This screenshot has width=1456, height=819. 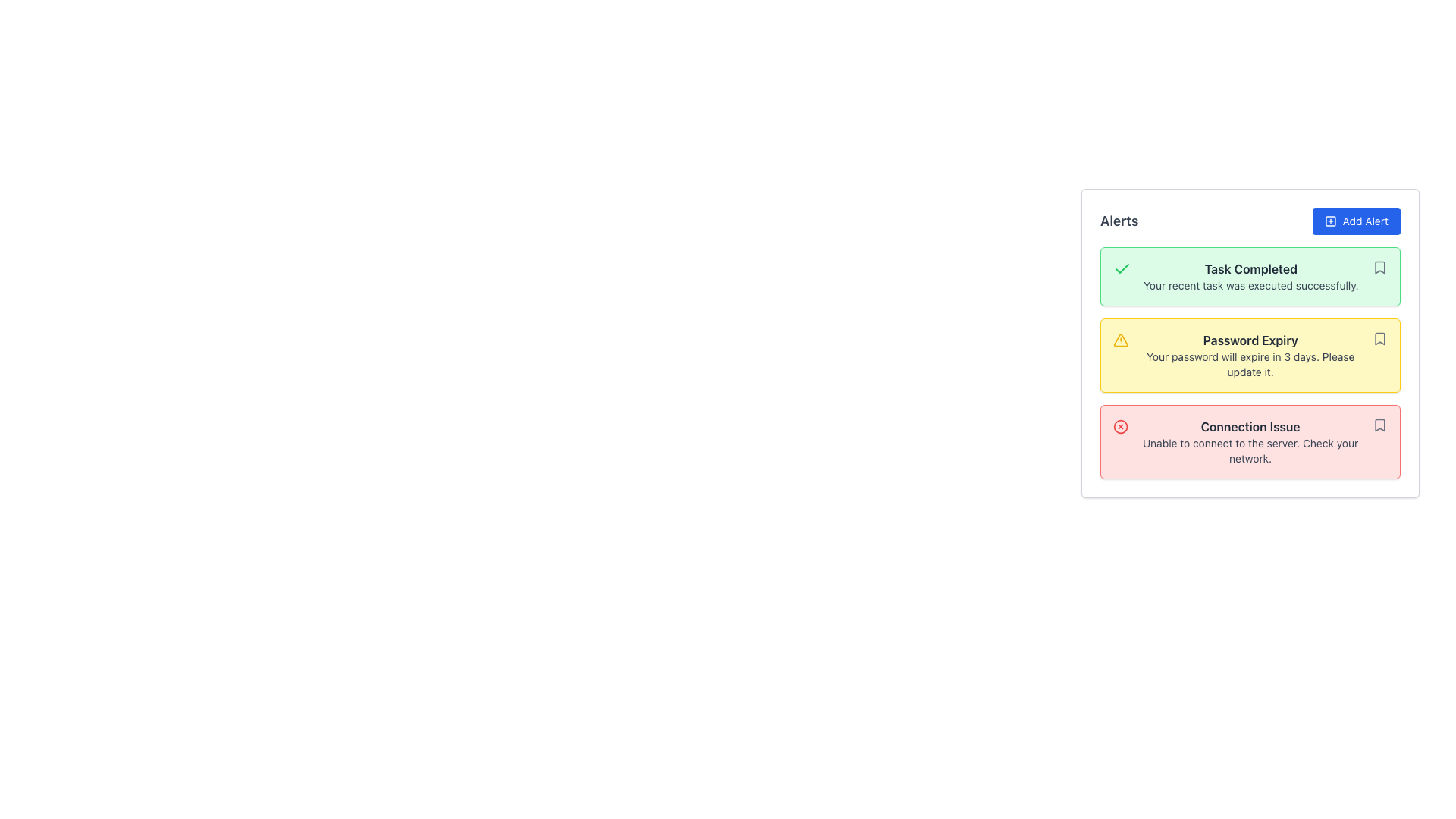 What do you see at coordinates (1379, 267) in the screenshot?
I see `the bookmark icon located in the top-right corner of the green 'Task Completed' notification card to bookmark the notification` at bounding box center [1379, 267].